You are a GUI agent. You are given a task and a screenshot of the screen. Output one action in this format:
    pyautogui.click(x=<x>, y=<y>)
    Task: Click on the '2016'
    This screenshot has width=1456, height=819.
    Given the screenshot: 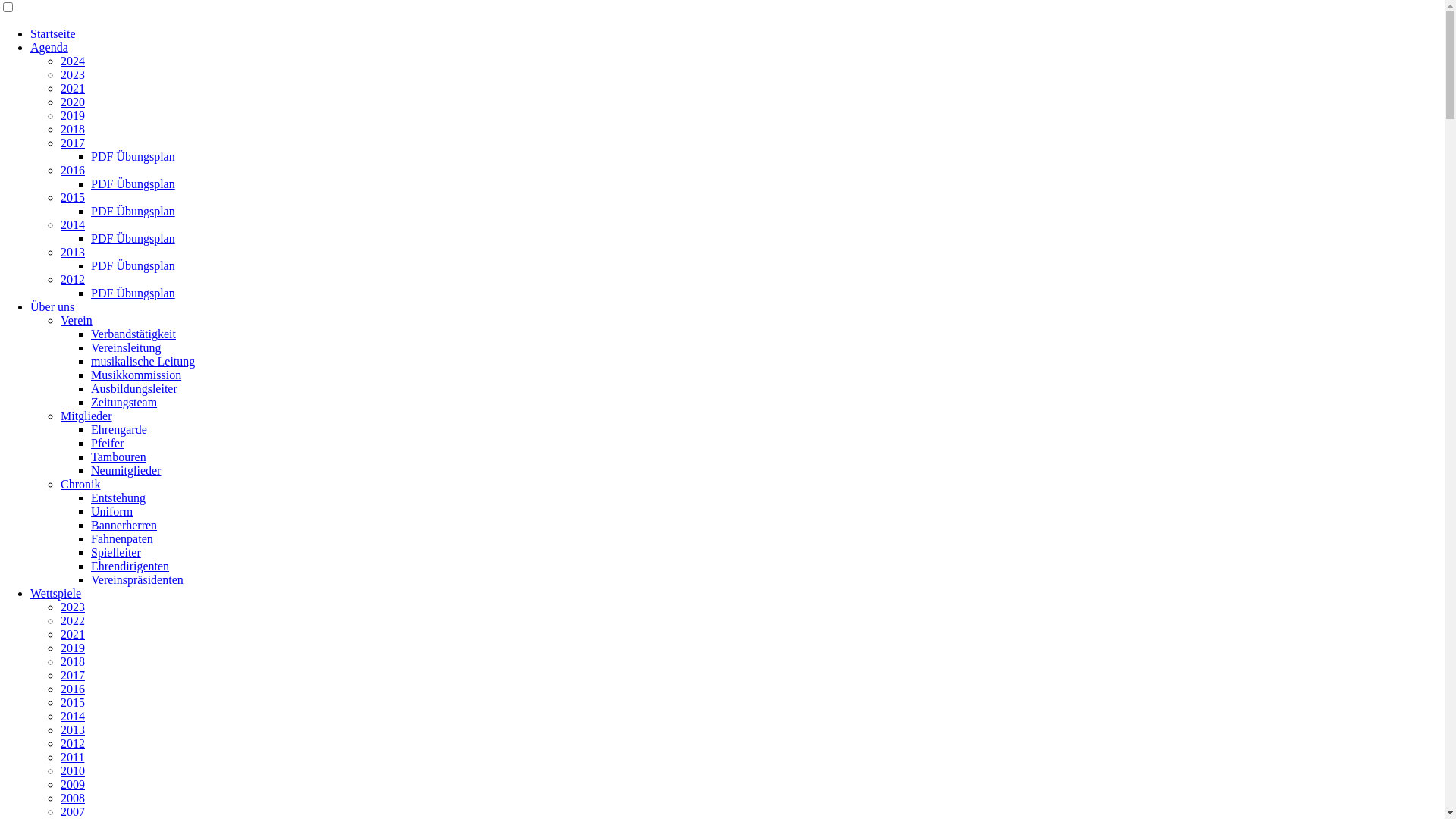 What is the action you would take?
    pyautogui.click(x=72, y=170)
    